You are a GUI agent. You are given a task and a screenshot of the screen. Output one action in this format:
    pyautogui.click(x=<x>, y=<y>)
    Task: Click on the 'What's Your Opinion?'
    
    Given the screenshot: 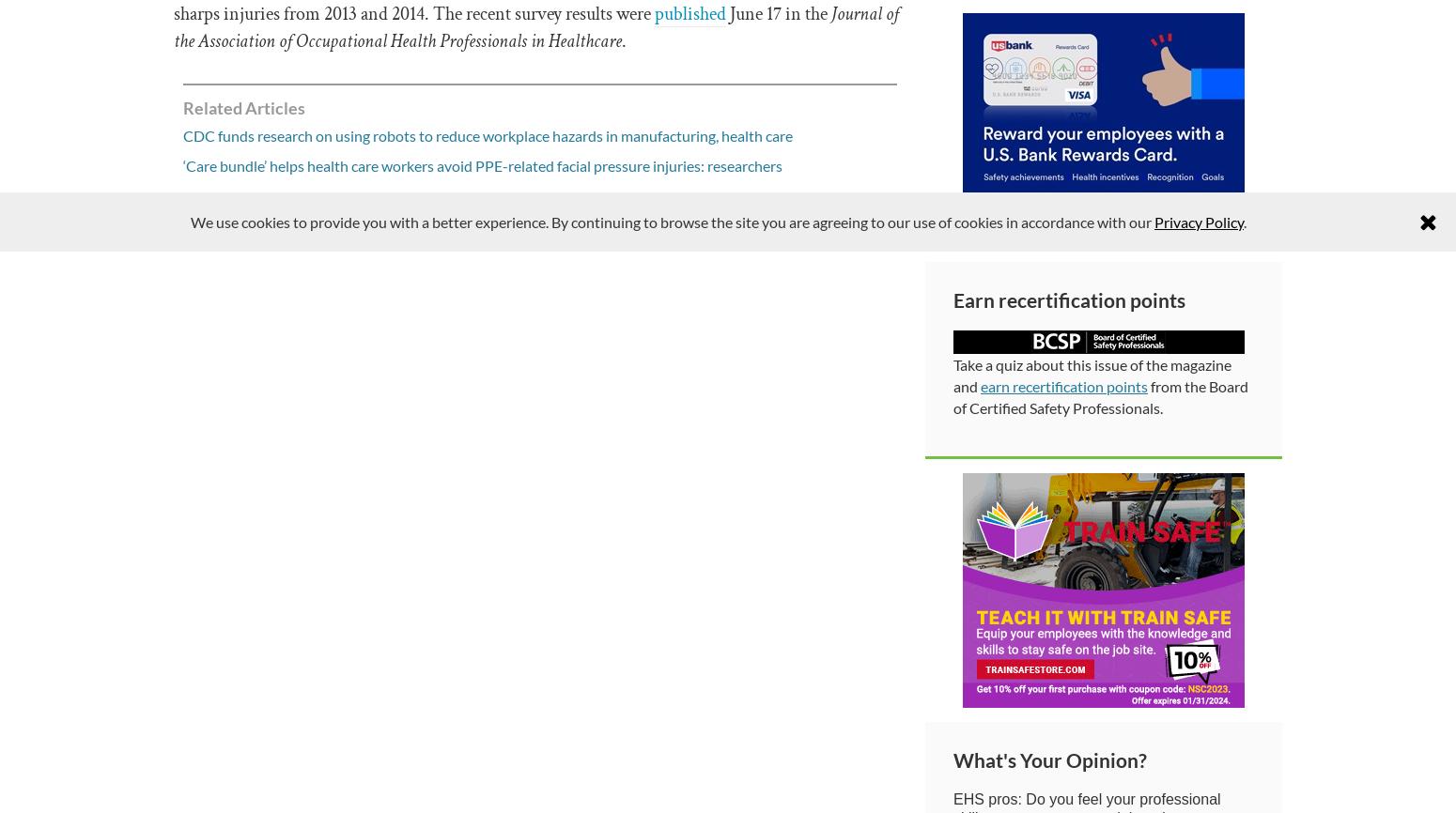 What is the action you would take?
    pyautogui.click(x=953, y=759)
    